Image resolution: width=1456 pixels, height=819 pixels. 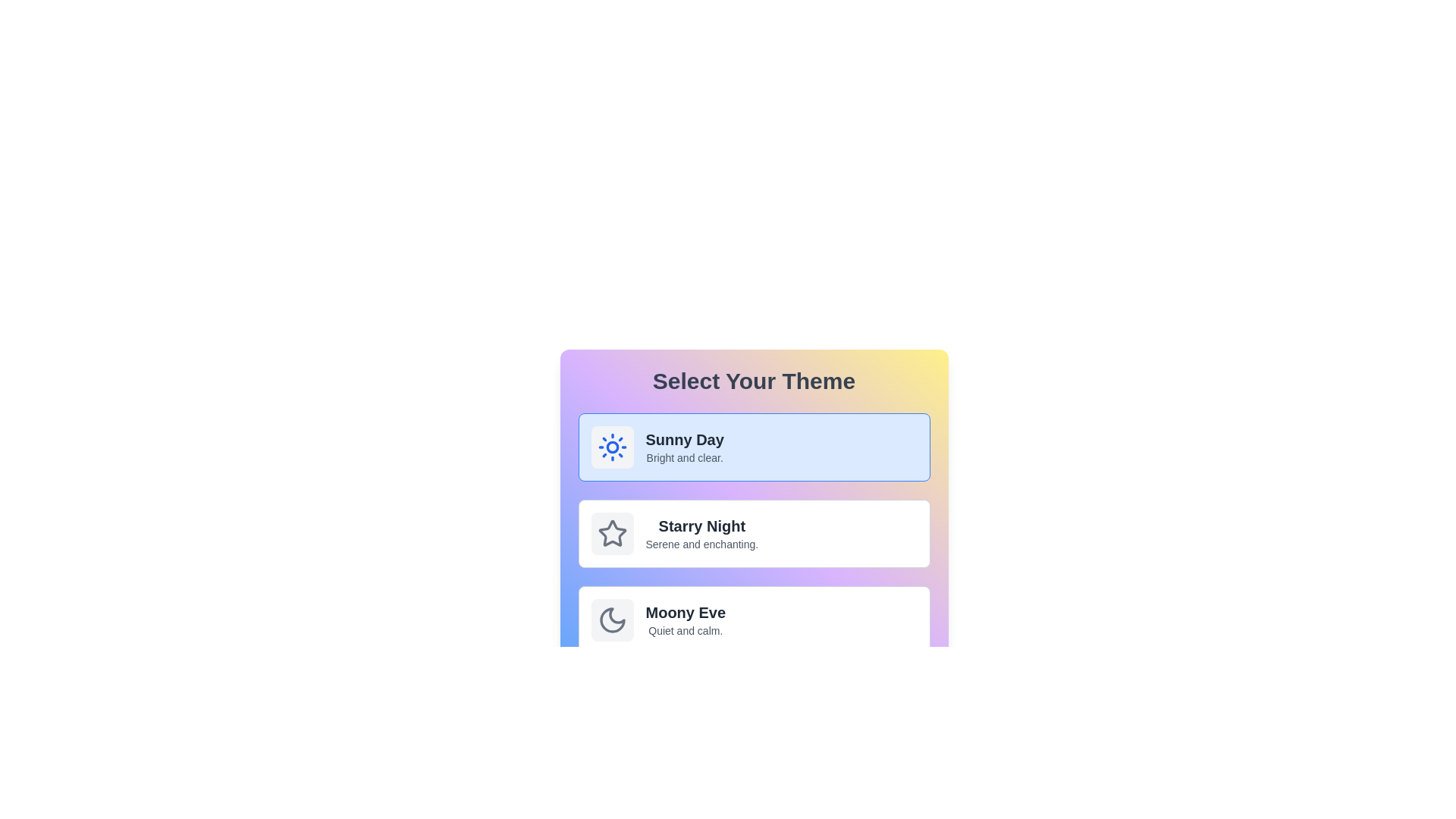 What do you see at coordinates (684, 439) in the screenshot?
I see `the title text element of the theme option` at bounding box center [684, 439].